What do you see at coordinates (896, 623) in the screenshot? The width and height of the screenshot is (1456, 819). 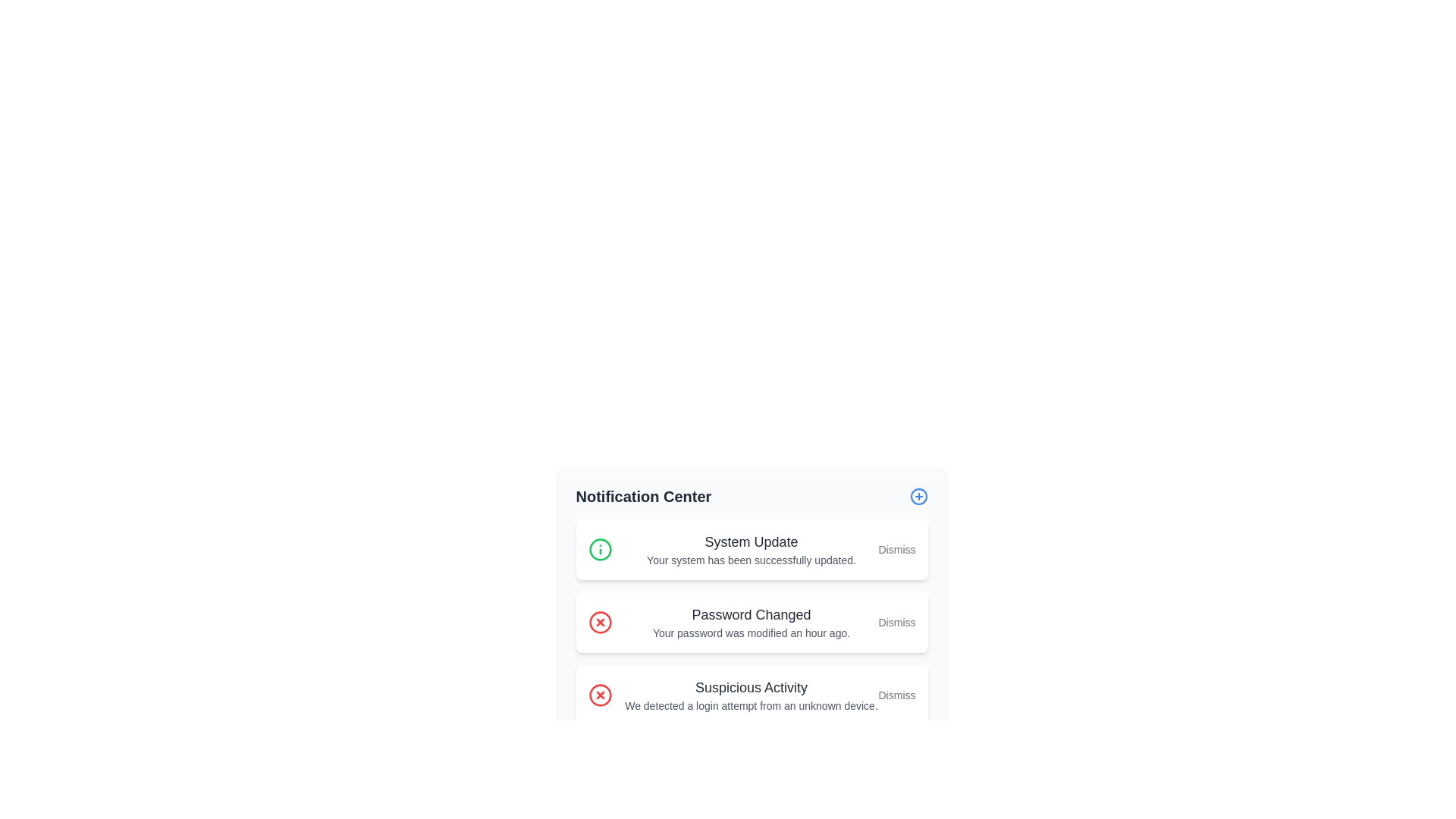 I see `the text-based interactive button that dismisses the notification titled 'Password Changed' to underline the text` at bounding box center [896, 623].